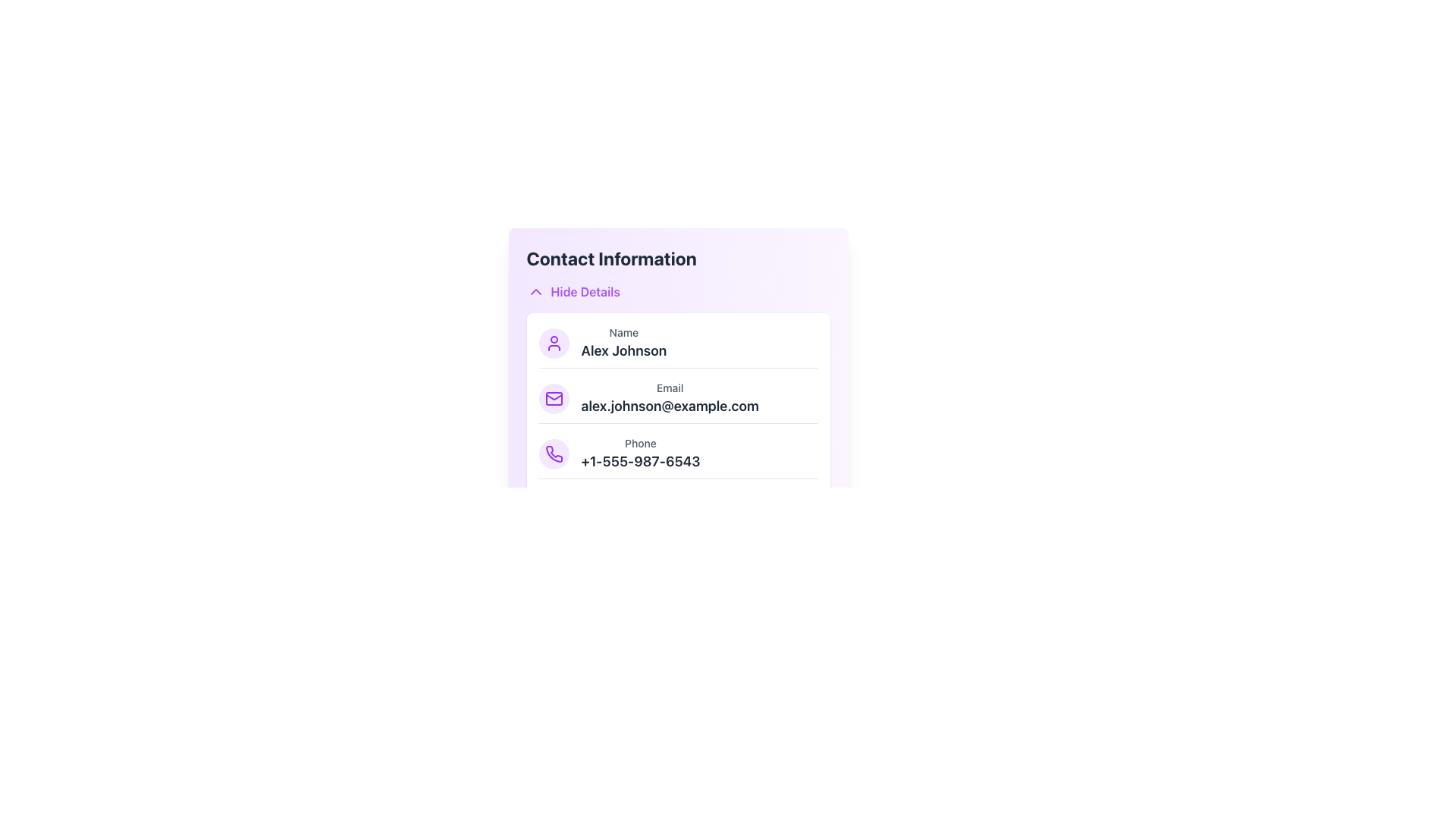 This screenshot has width=1456, height=819. What do you see at coordinates (553, 453) in the screenshot?
I see `the Decorative icon indicating the phone contact information, positioned to the left of the text reading '+1-555-987-6543'` at bounding box center [553, 453].